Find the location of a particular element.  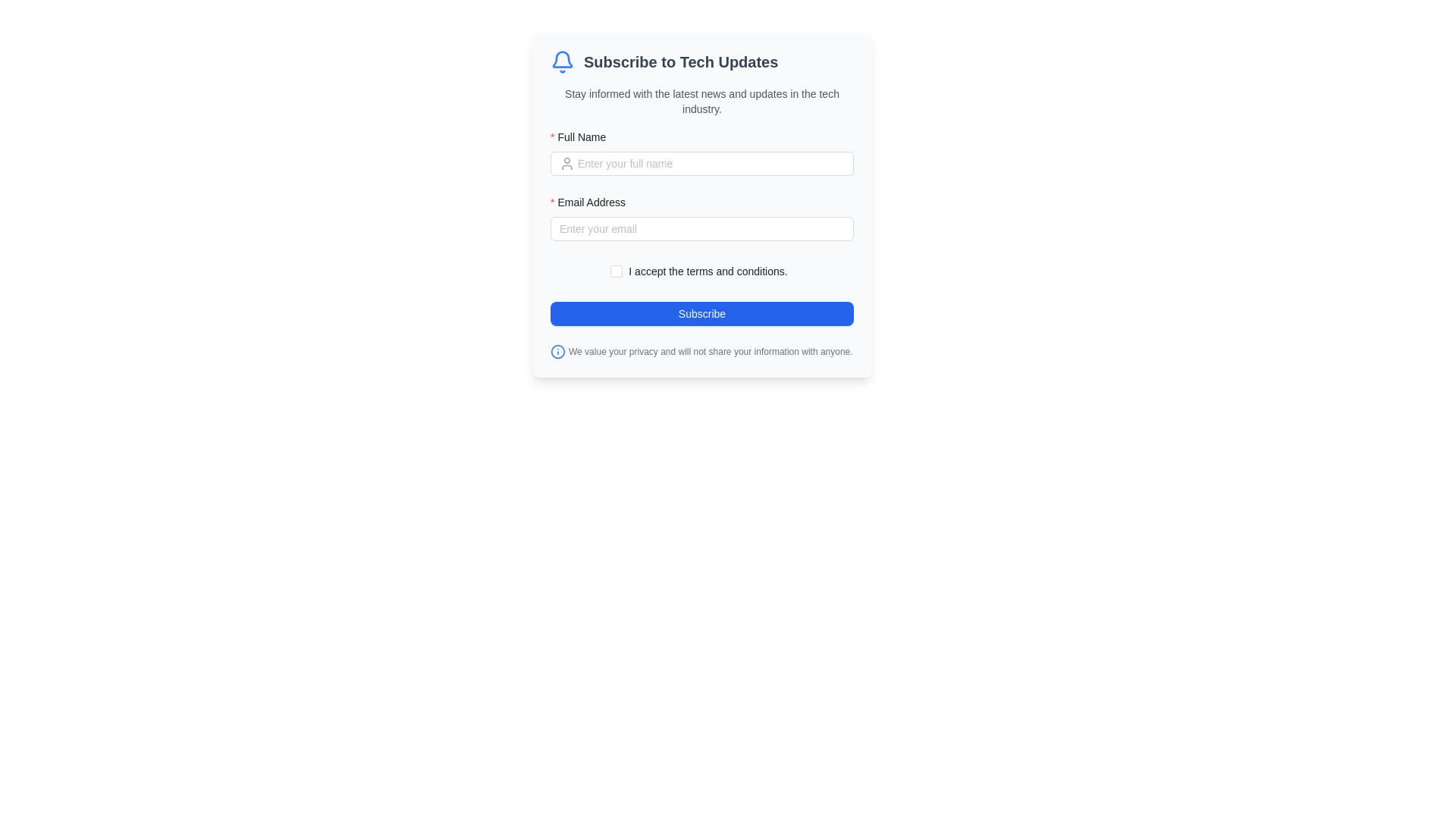

the 'Subscribe' button, which has a blue background and white text, located at the bottom of the form section for submitting the form is located at coordinates (701, 312).